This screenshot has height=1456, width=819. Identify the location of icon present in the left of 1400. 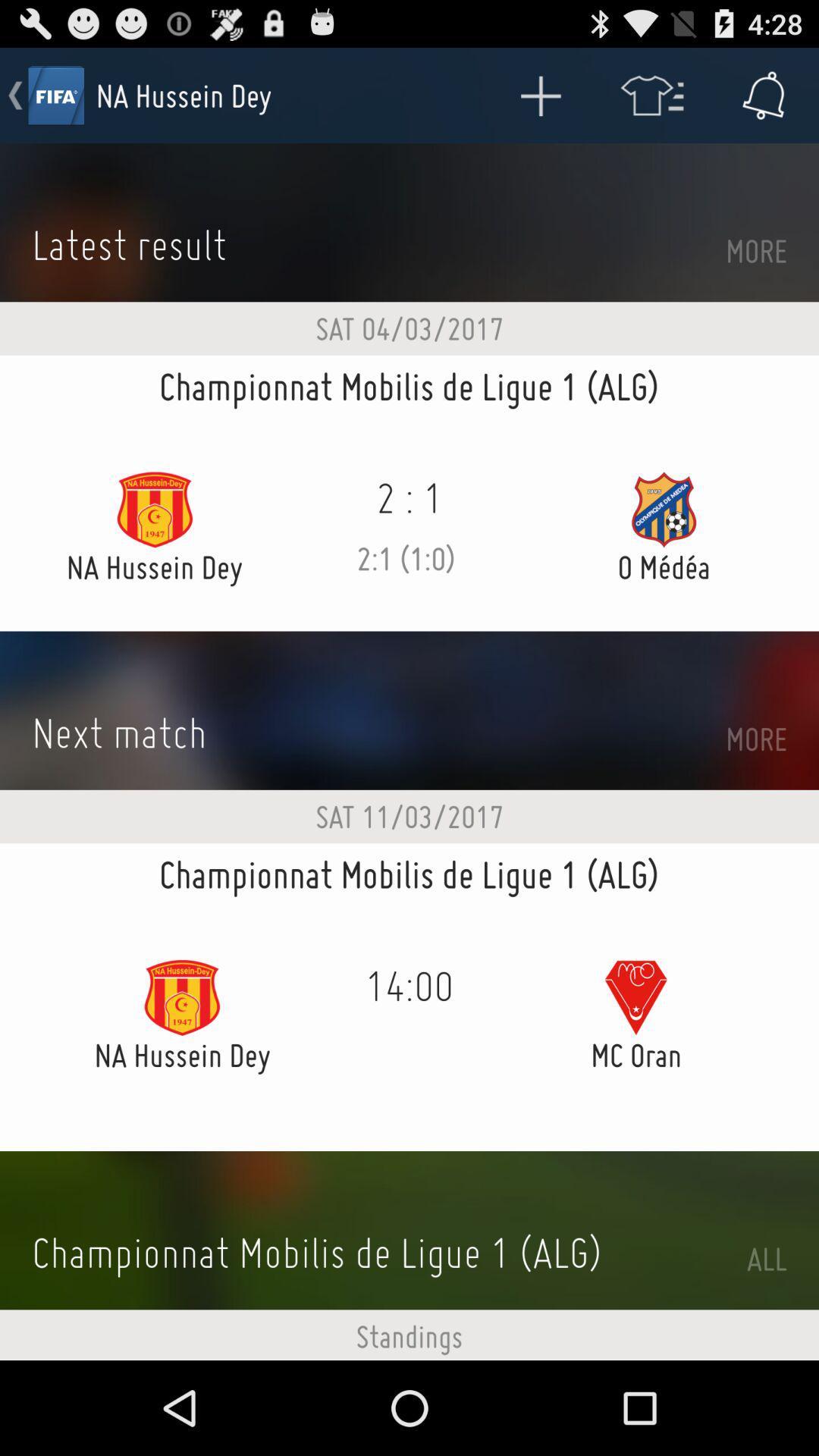
(181, 997).